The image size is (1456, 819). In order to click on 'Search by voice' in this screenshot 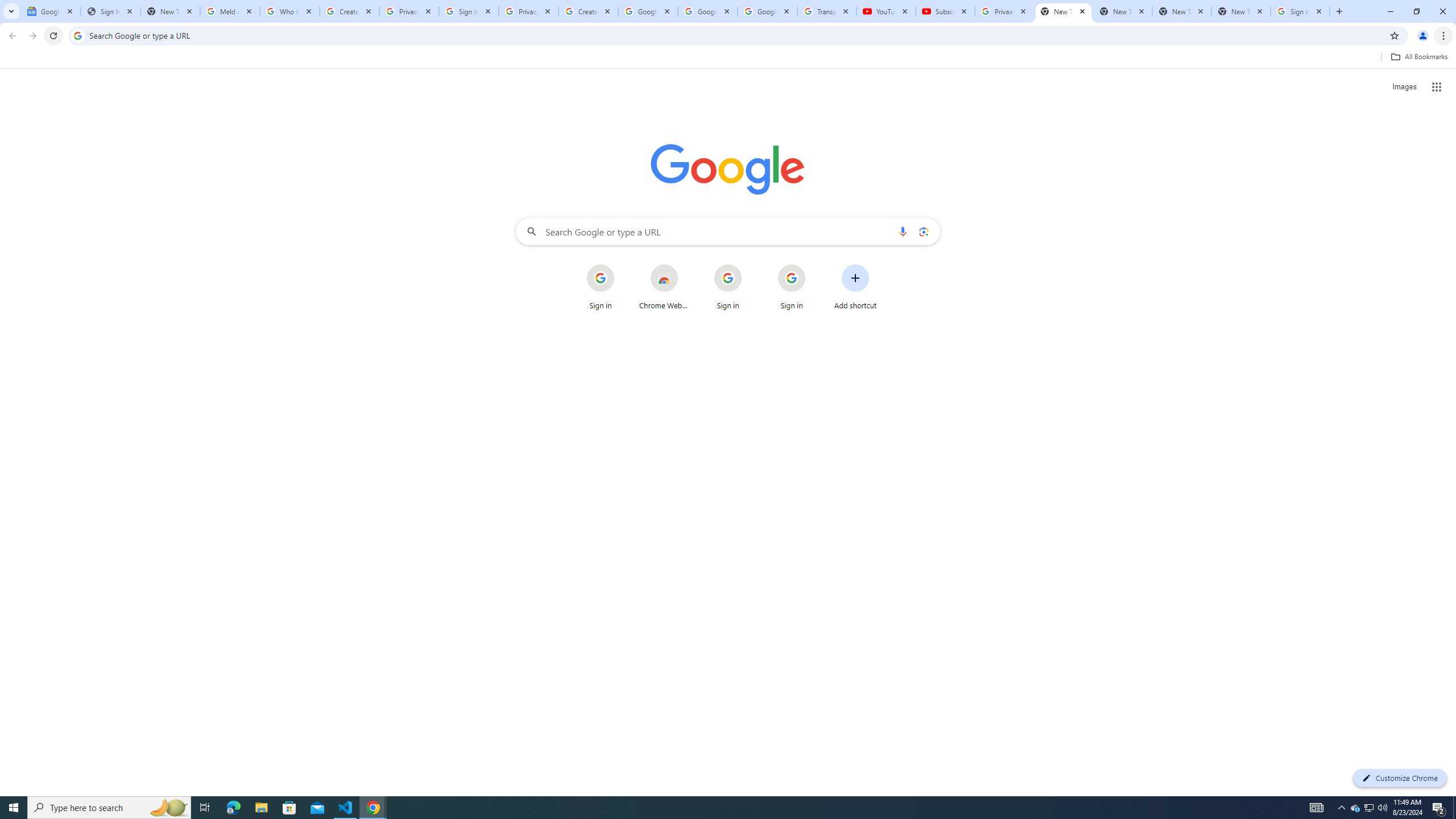, I will do `click(902, 230)`.